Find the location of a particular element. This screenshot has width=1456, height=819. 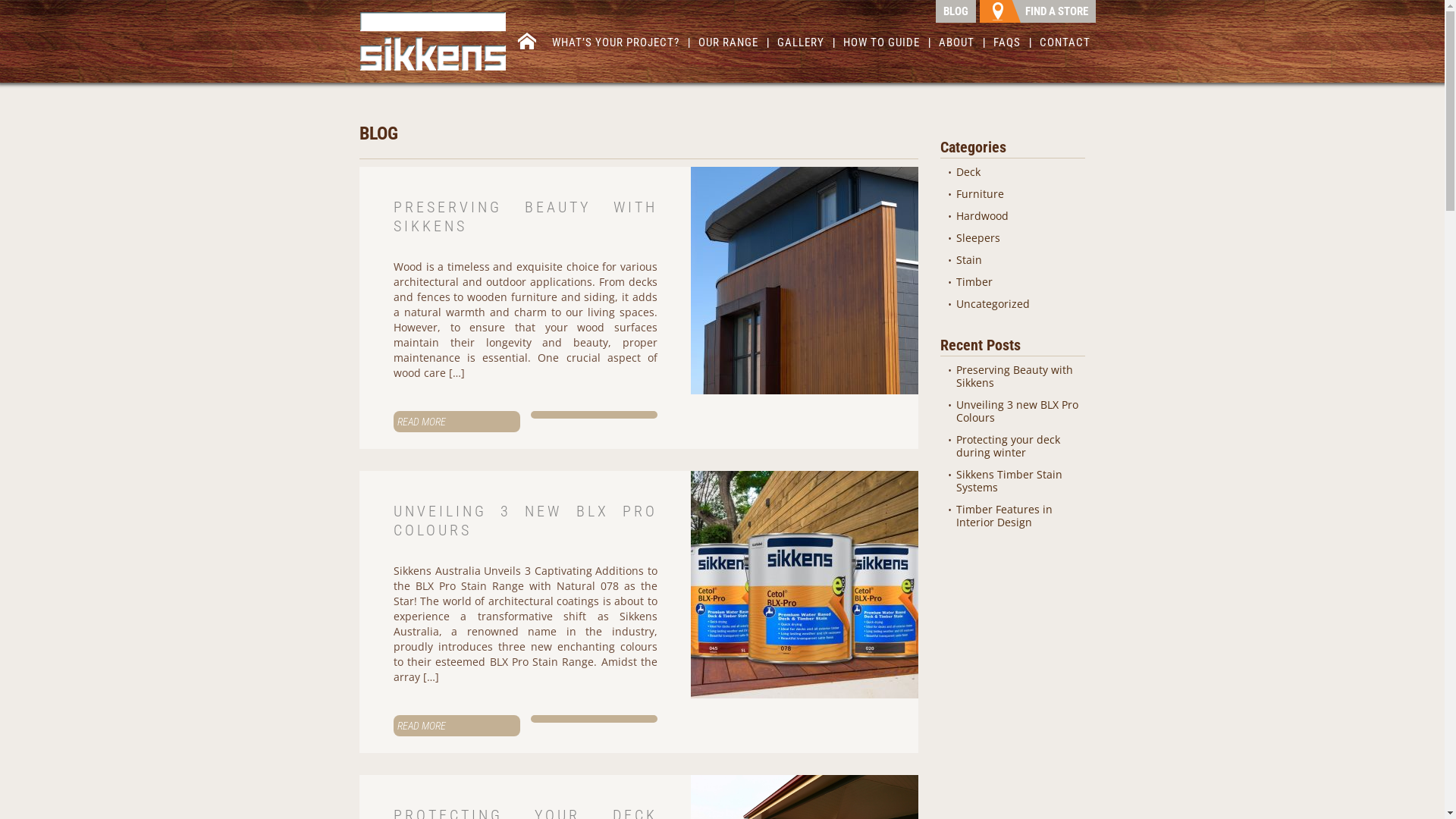

'Sikkens Timber Stain Systems' is located at coordinates (1009, 480).